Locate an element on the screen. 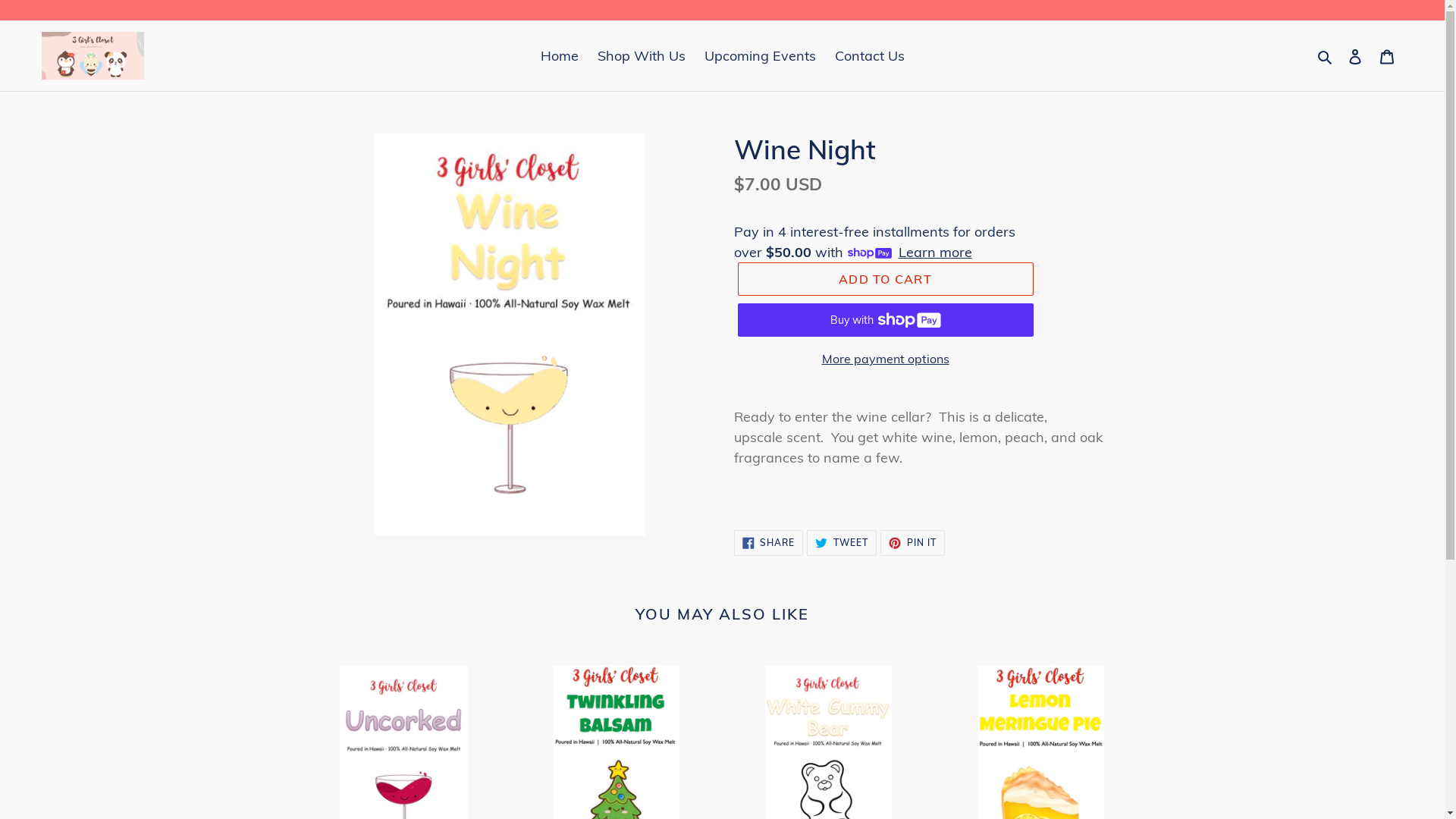  'ADD TO CART' is located at coordinates (884, 278).